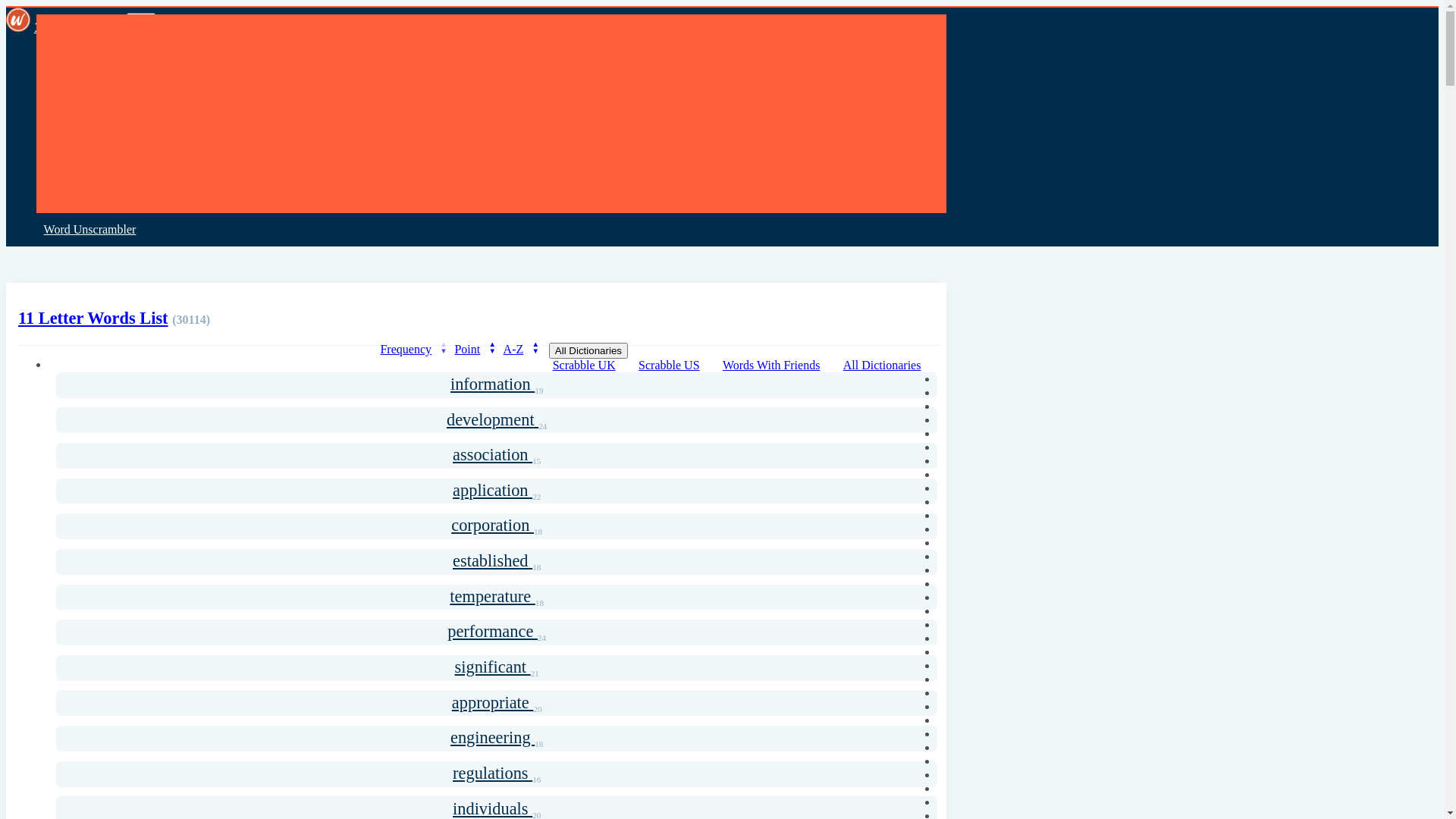  Describe the element at coordinates (552, 366) in the screenshot. I see `'Scrabble UK'` at that location.